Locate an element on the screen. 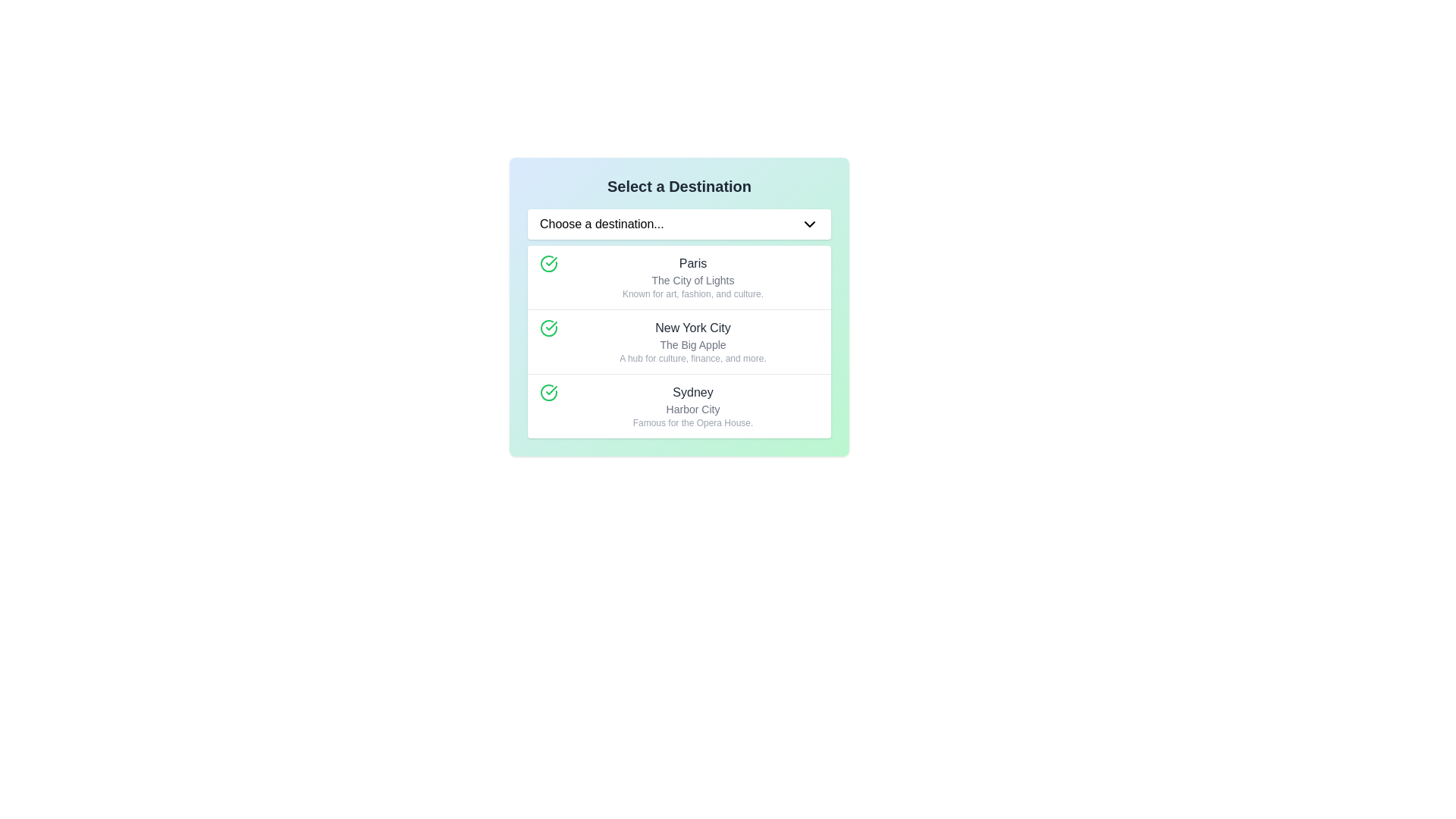 The image size is (1456, 819). the text label displaying 'The City of Lights', which is styled in a small gray font and located under the bold 'Paris' text within a selection card is located at coordinates (692, 281).